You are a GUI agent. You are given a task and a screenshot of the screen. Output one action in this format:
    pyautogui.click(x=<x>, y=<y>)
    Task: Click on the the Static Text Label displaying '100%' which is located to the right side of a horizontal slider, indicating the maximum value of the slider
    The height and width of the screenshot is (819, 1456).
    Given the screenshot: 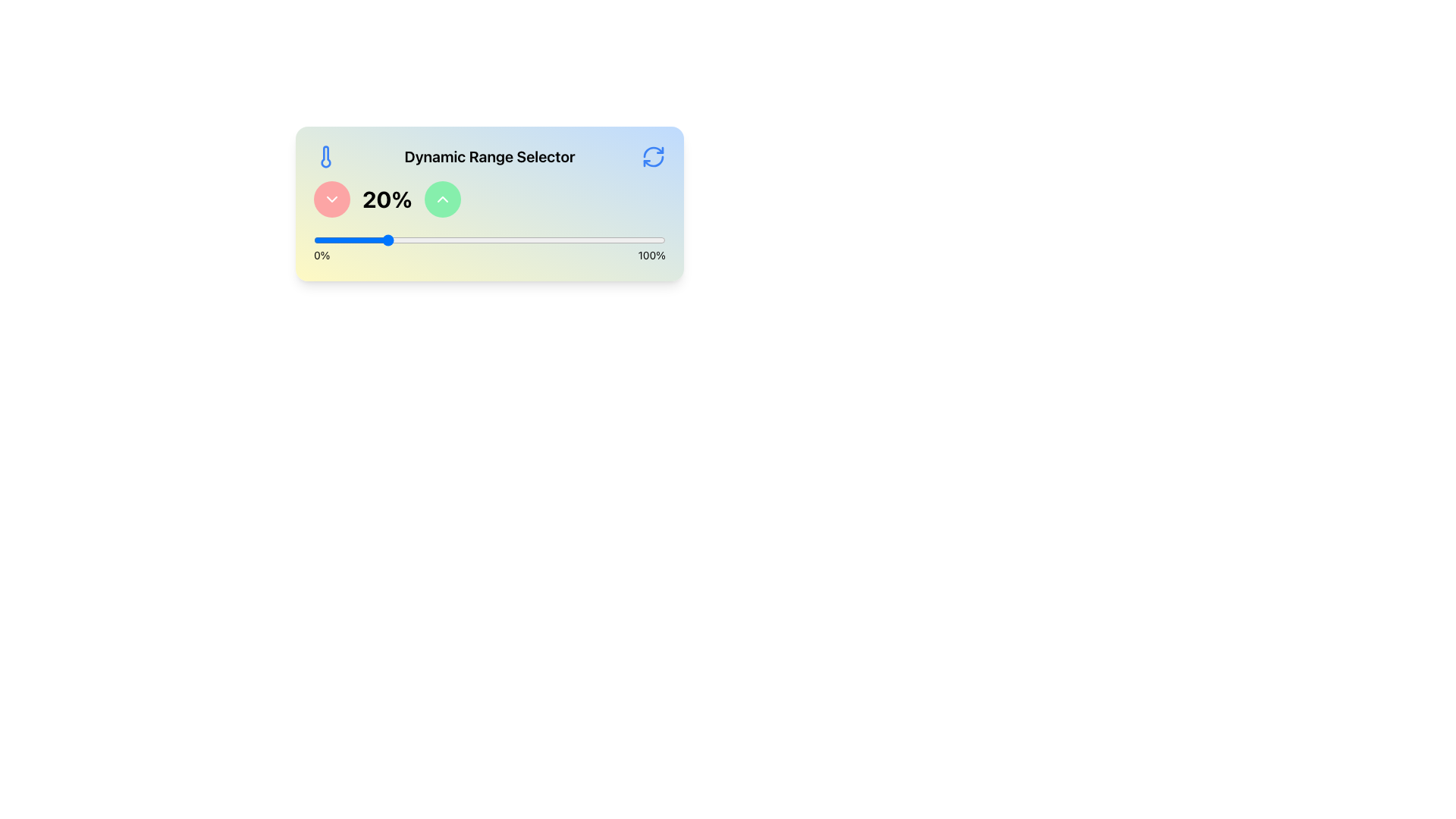 What is the action you would take?
    pyautogui.click(x=651, y=254)
    